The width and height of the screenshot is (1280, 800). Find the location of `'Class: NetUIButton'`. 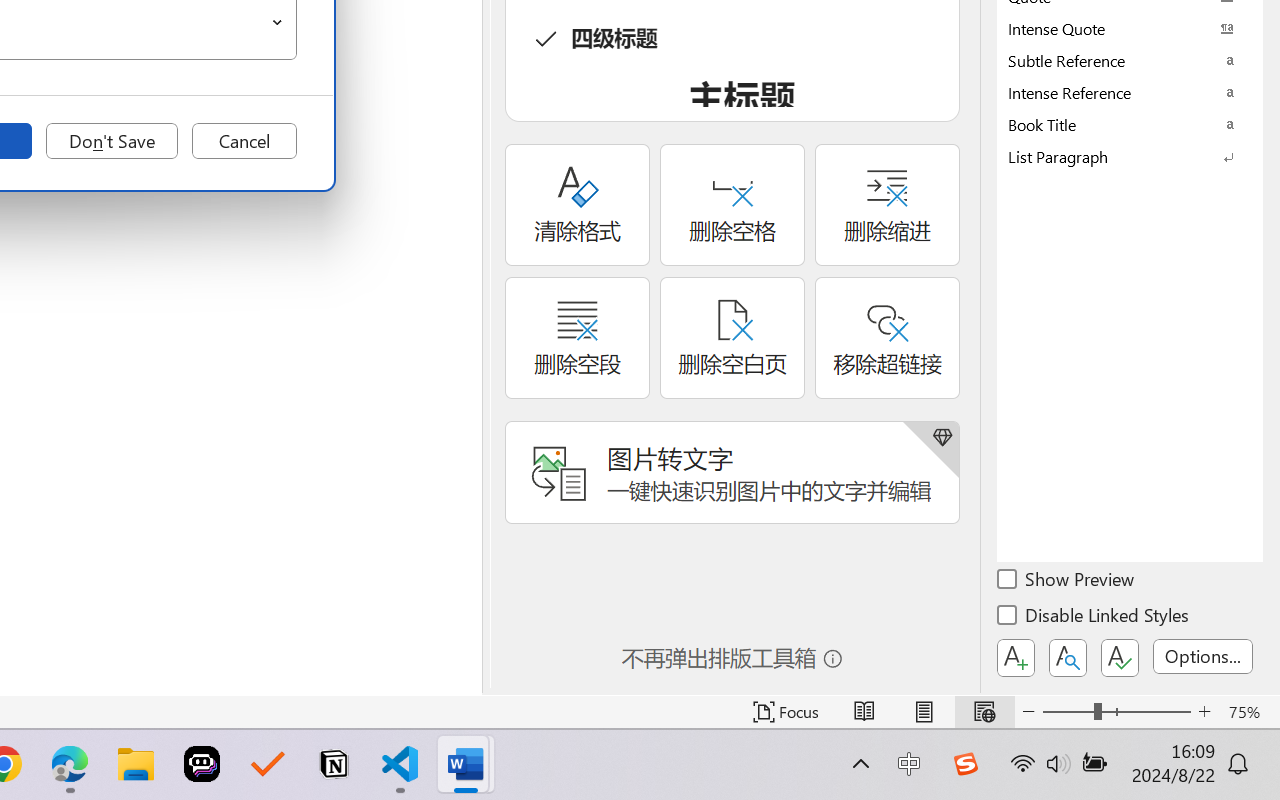

'Class: NetUIButton' is located at coordinates (1120, 657).